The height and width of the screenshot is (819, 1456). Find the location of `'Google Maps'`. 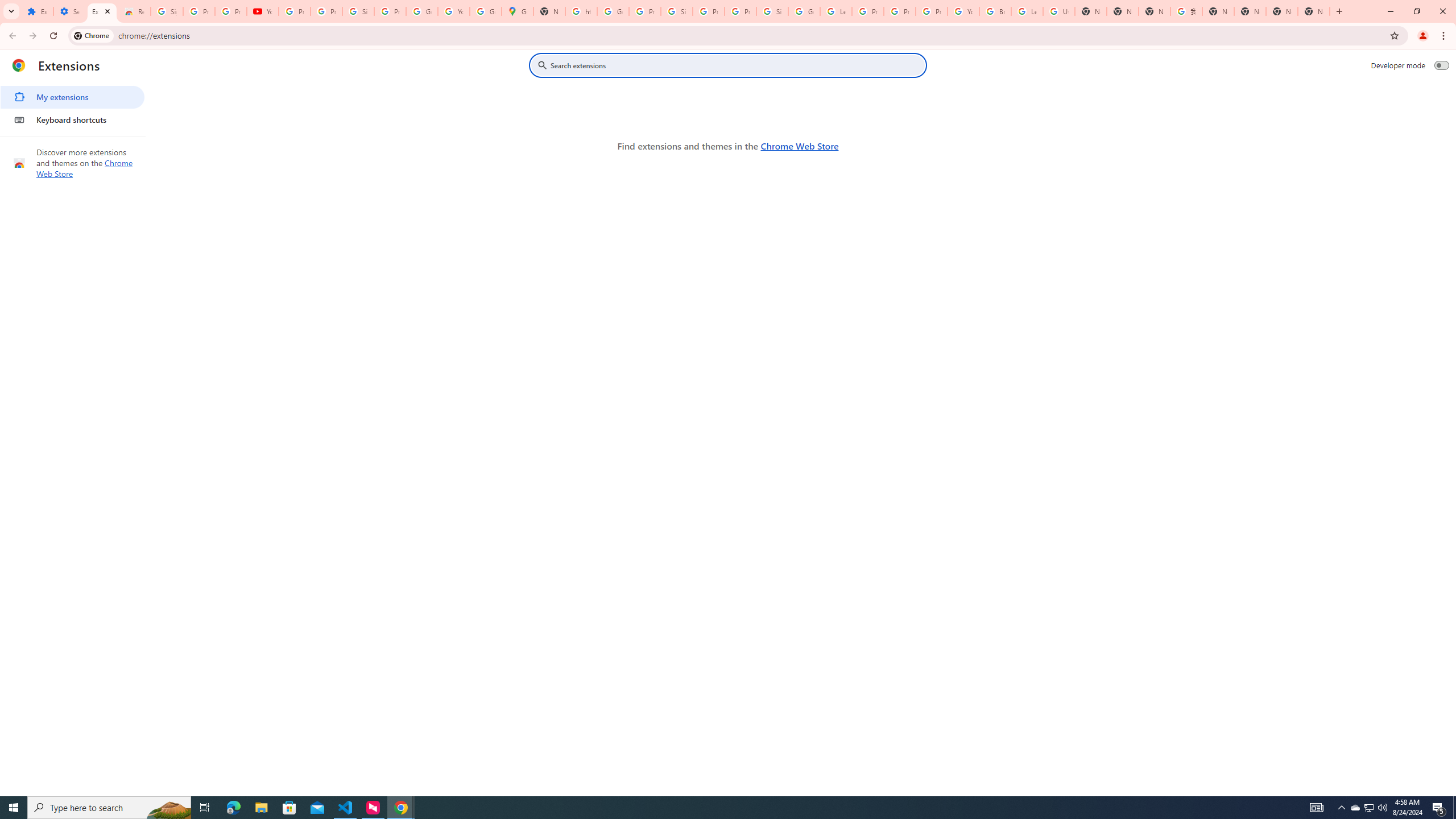

'Google Maps' is located at coordinates (517, 11).